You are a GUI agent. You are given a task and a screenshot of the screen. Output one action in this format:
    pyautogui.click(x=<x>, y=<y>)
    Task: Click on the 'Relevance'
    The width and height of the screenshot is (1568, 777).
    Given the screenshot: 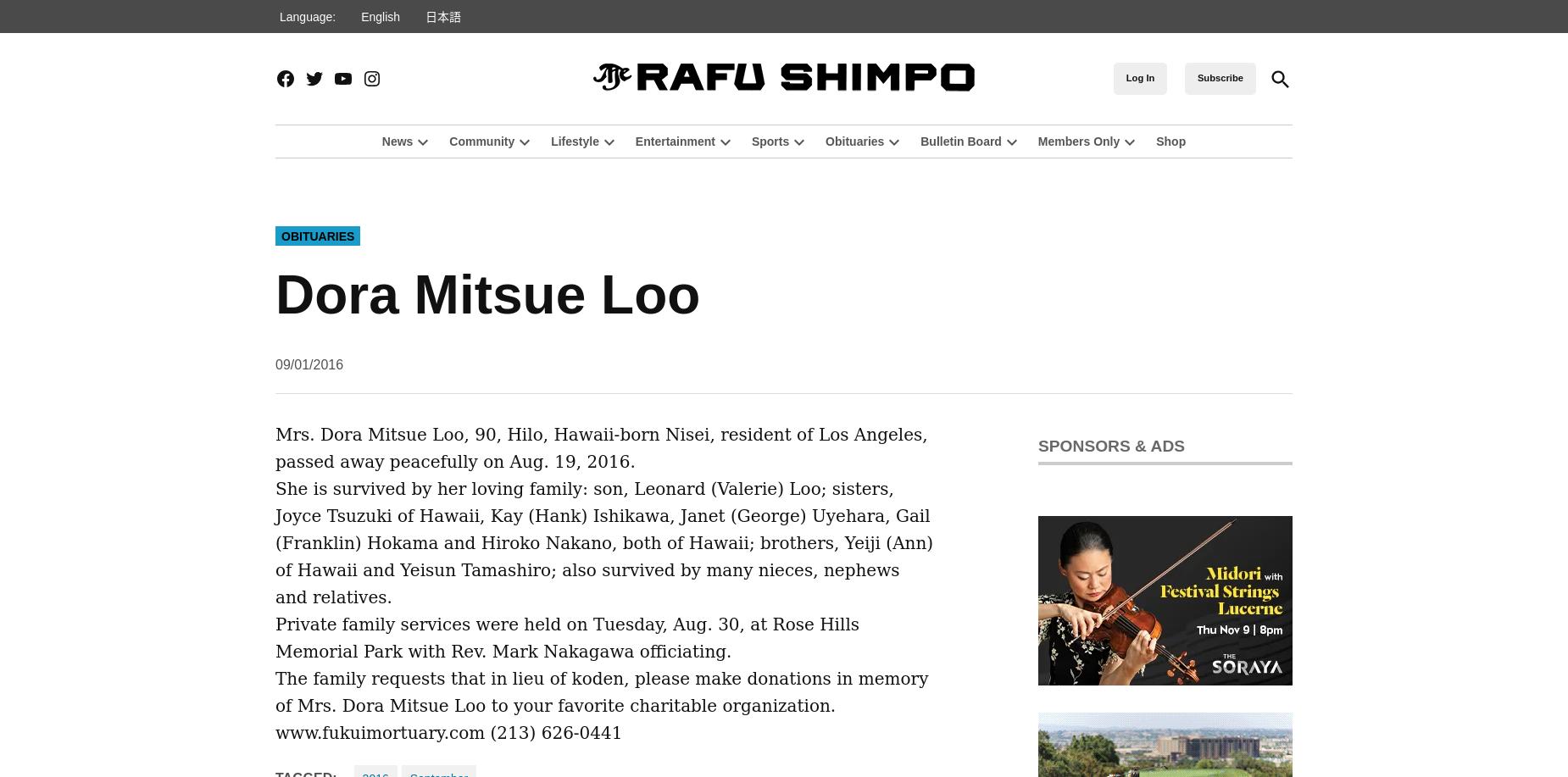 What is the action you would take?
    pyautogui.click(x=1324, y=112)
    